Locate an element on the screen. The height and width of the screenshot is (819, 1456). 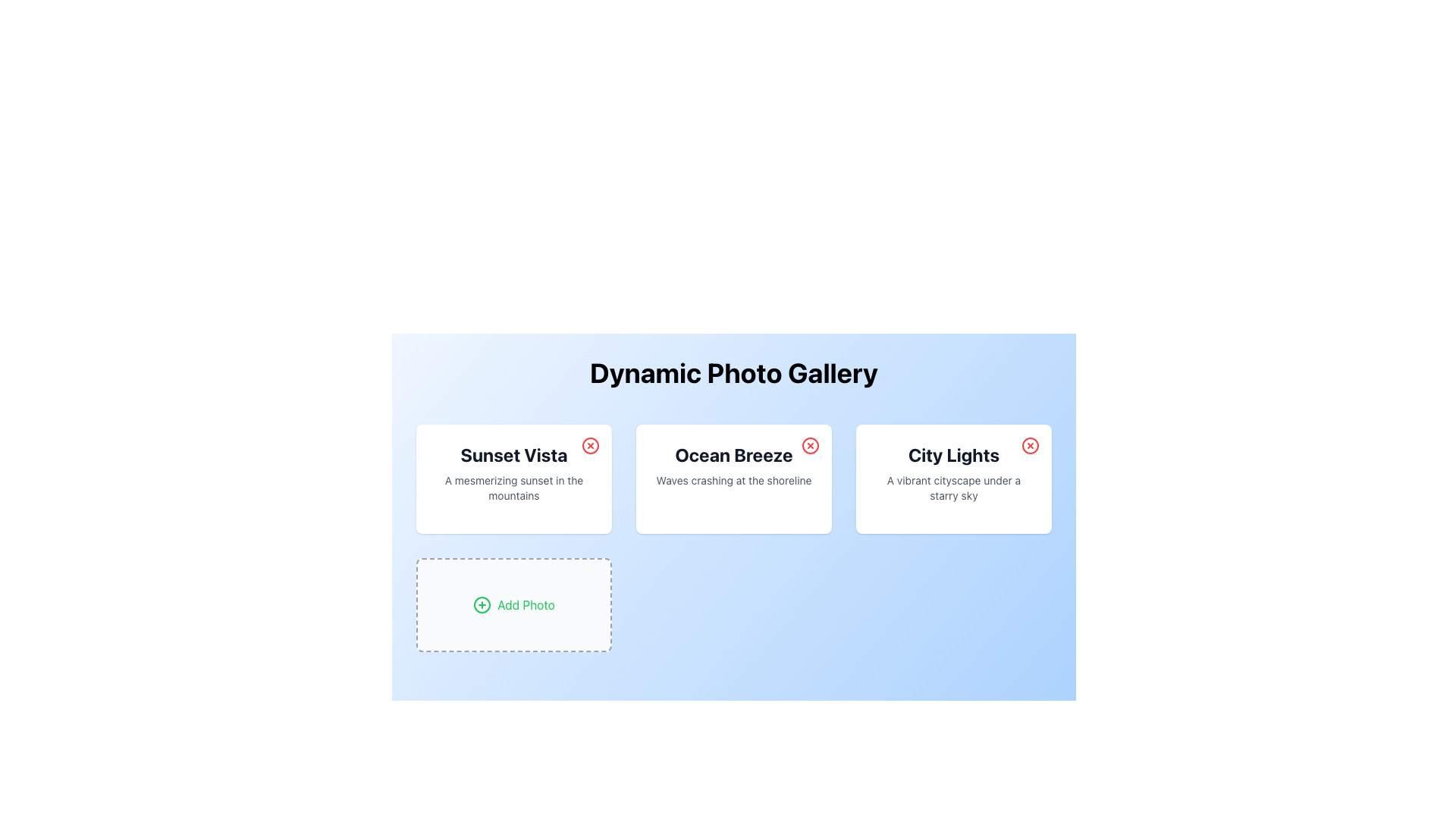
the text label that displays 'A vibrant cityscape under a starry sky' to potentially trigger a tooltip is located at coordinates (952, 488).